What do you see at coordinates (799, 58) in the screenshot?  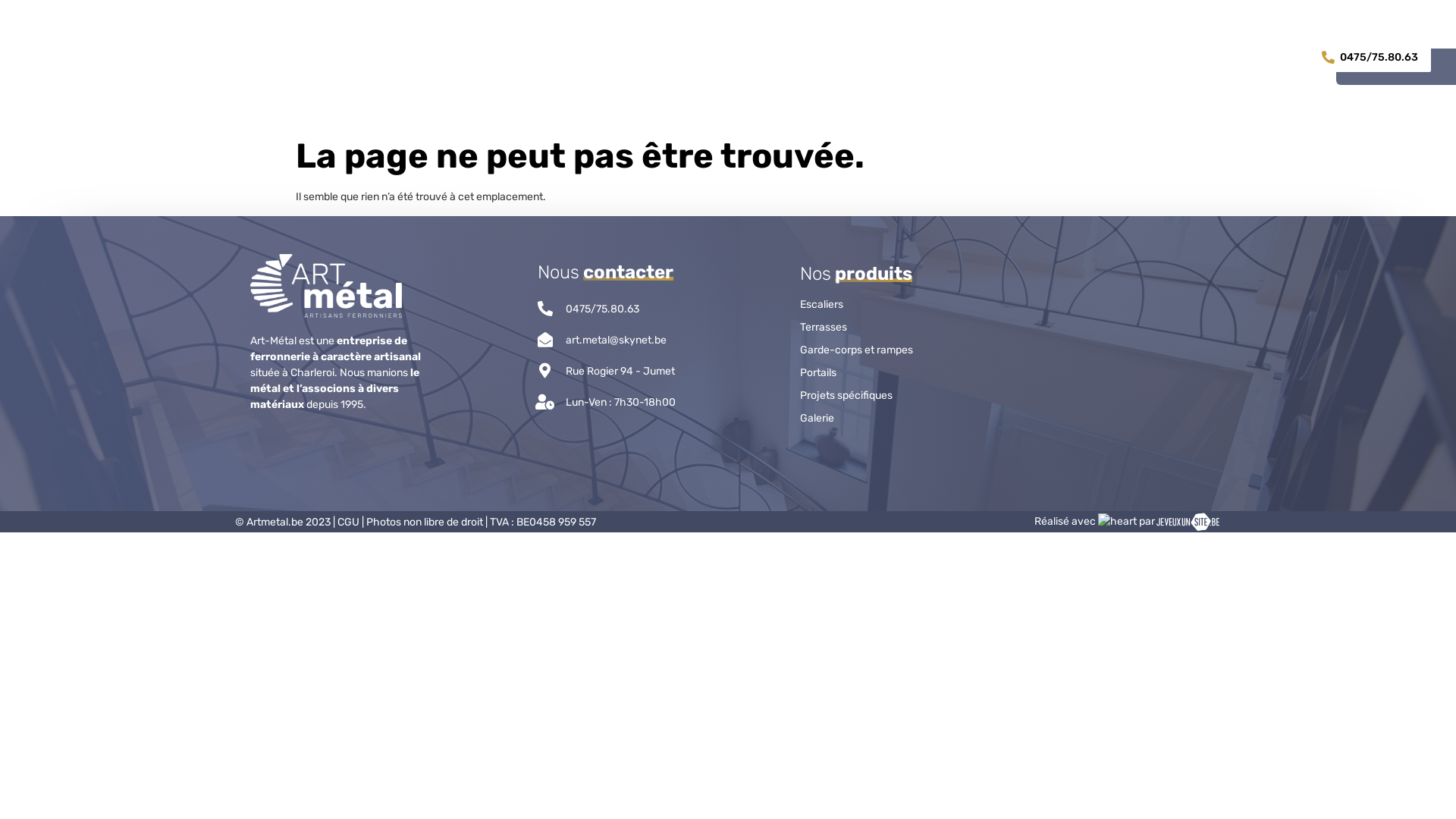 I see `'SERVICES'` at bounding box center [799, 58].